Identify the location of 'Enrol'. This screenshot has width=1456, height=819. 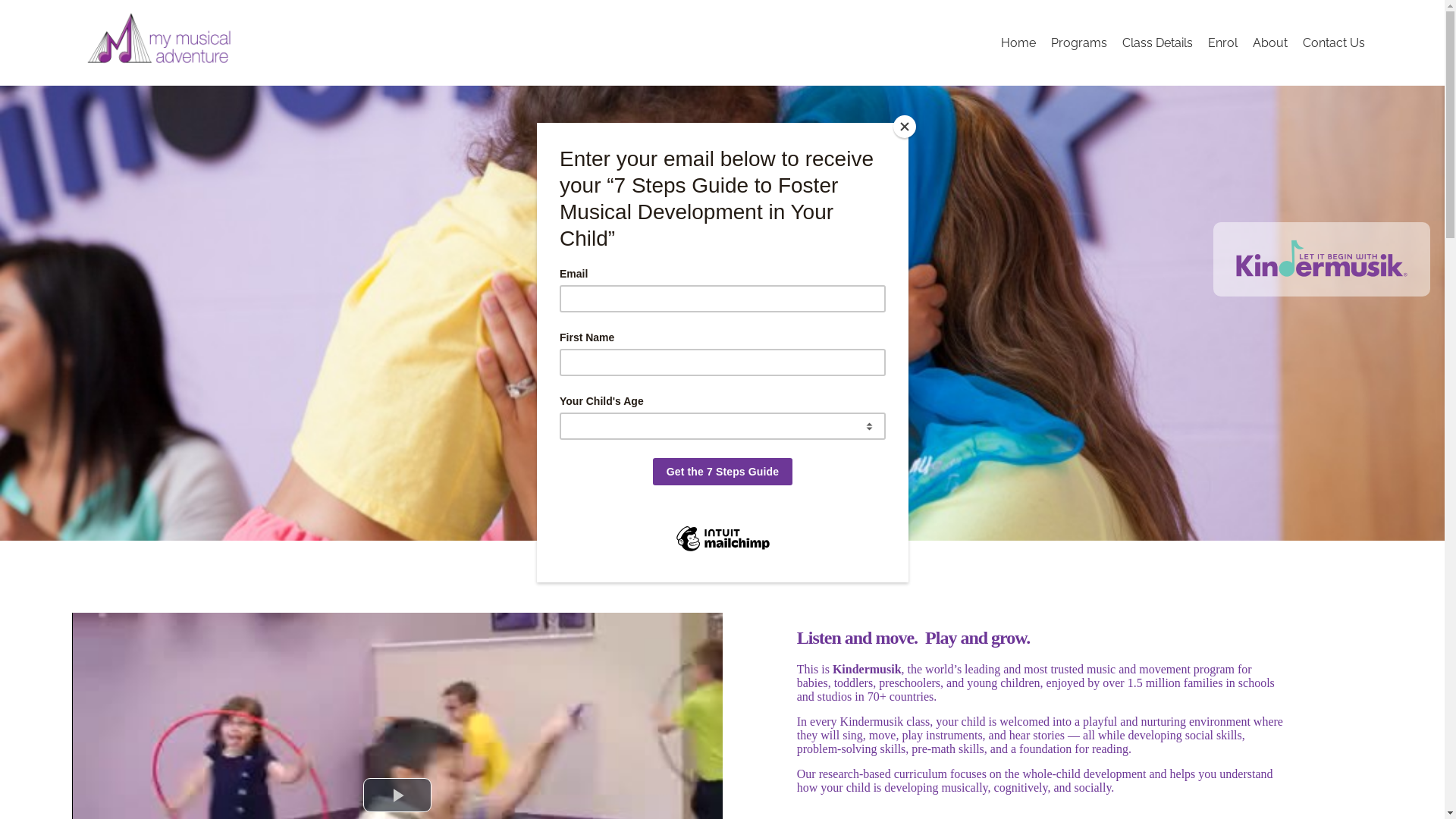
(1222, 42).